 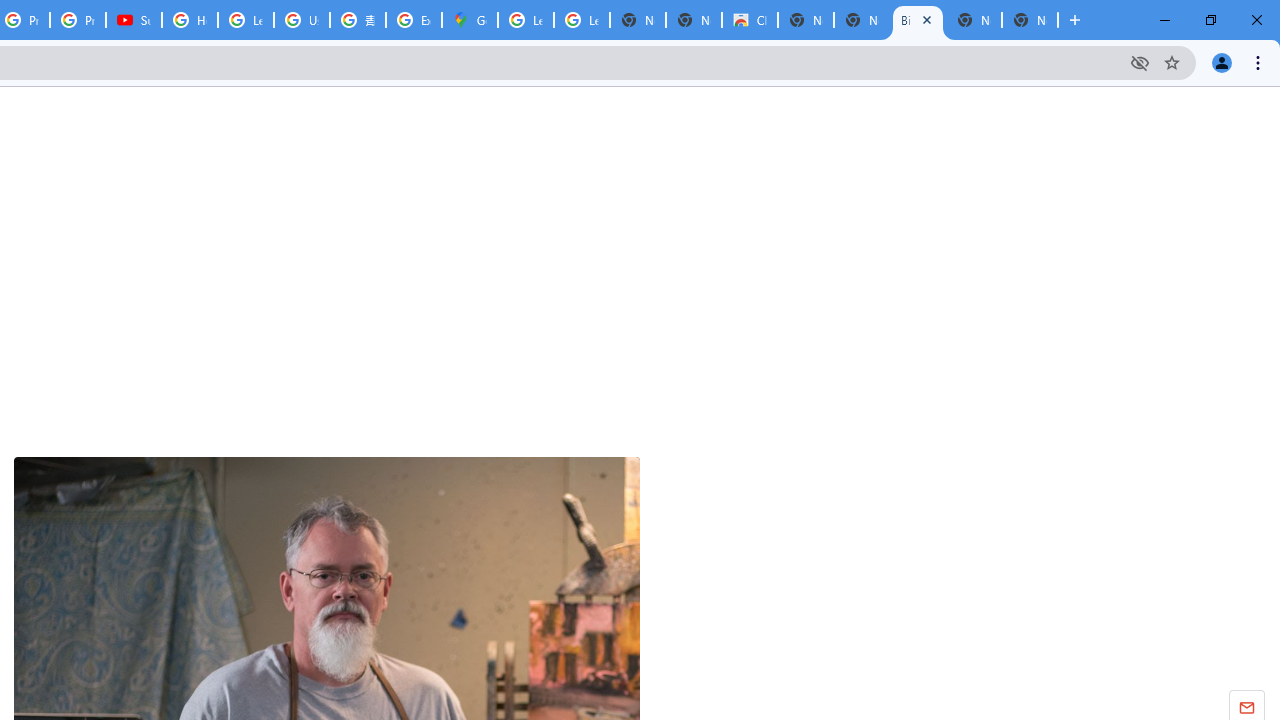 What do you see at coordinates (190, 20) in the screenshot?
I see `'How Chrome protects your passwords - Google Chrome Help'` at bounding box center [190, 20].